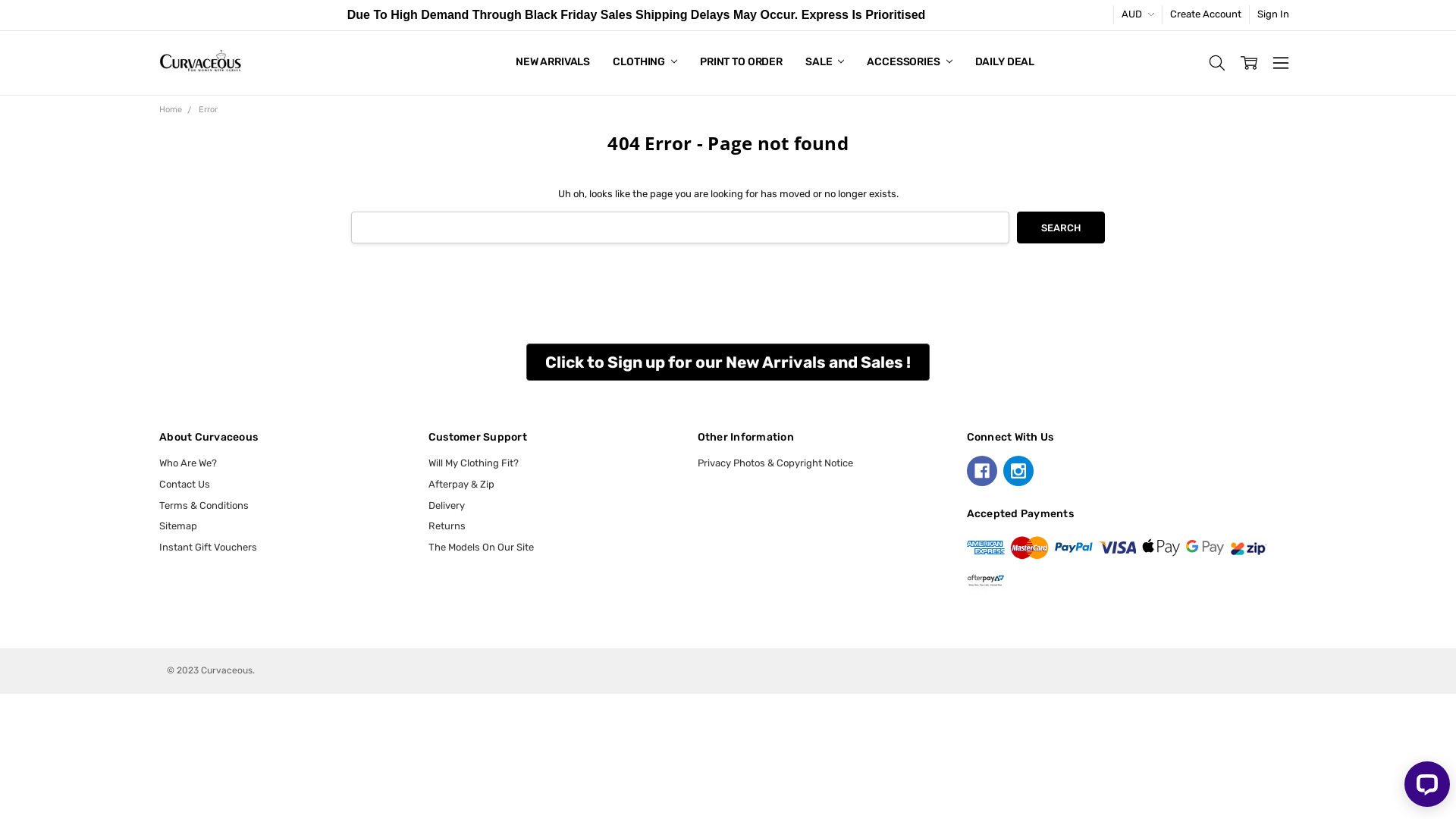 This screenshot has width=1456, height=819. What do you see at coordinates (187, 462) in the screenshot?
I see `'Who Are We?'` at bounding box center [187, 462].